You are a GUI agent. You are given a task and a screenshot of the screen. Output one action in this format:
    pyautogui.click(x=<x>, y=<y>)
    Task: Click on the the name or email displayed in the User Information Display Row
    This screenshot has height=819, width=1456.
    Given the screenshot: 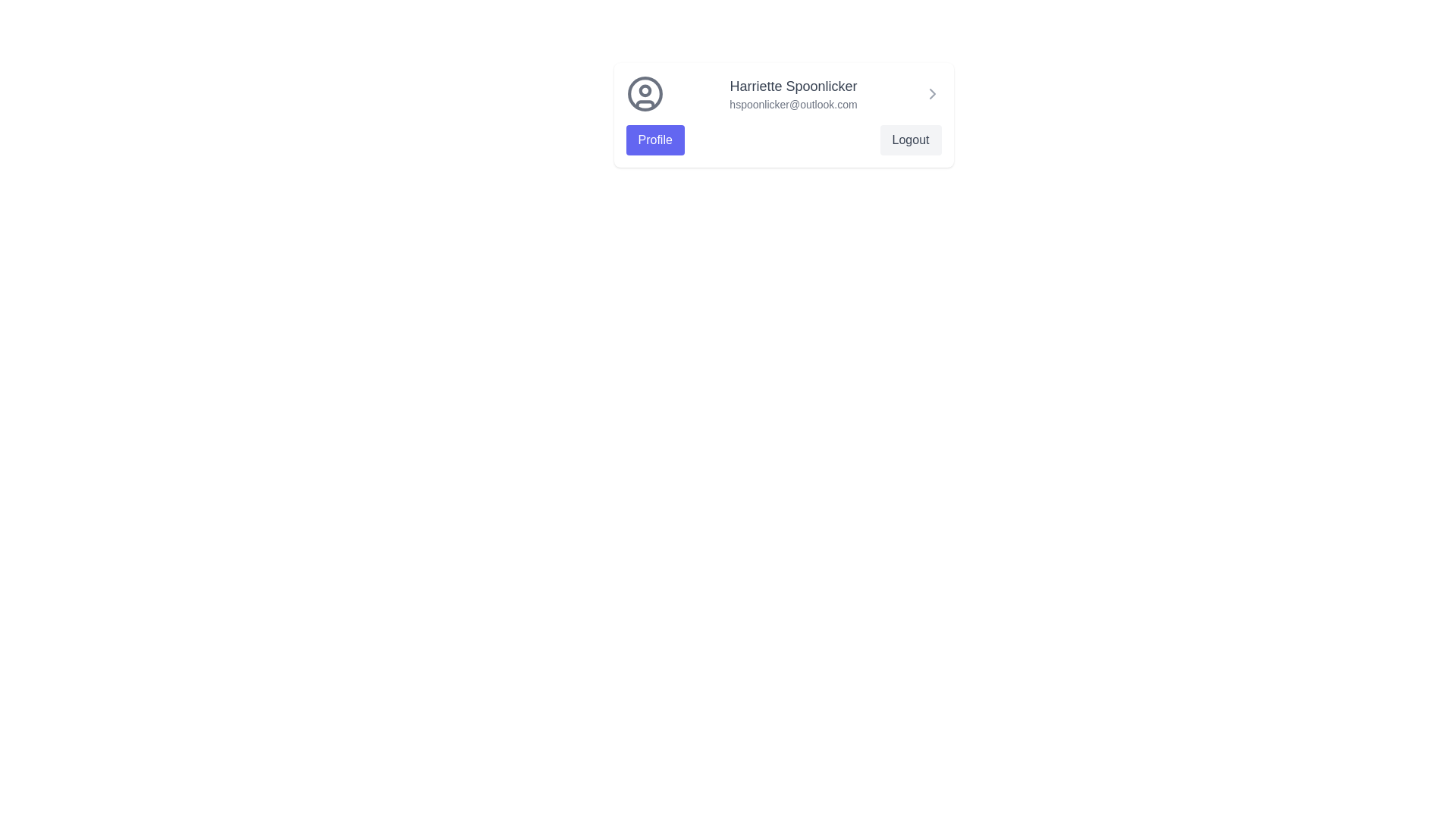 What is the action you would take?
    pyautogui.click(x=783, y=93)
    